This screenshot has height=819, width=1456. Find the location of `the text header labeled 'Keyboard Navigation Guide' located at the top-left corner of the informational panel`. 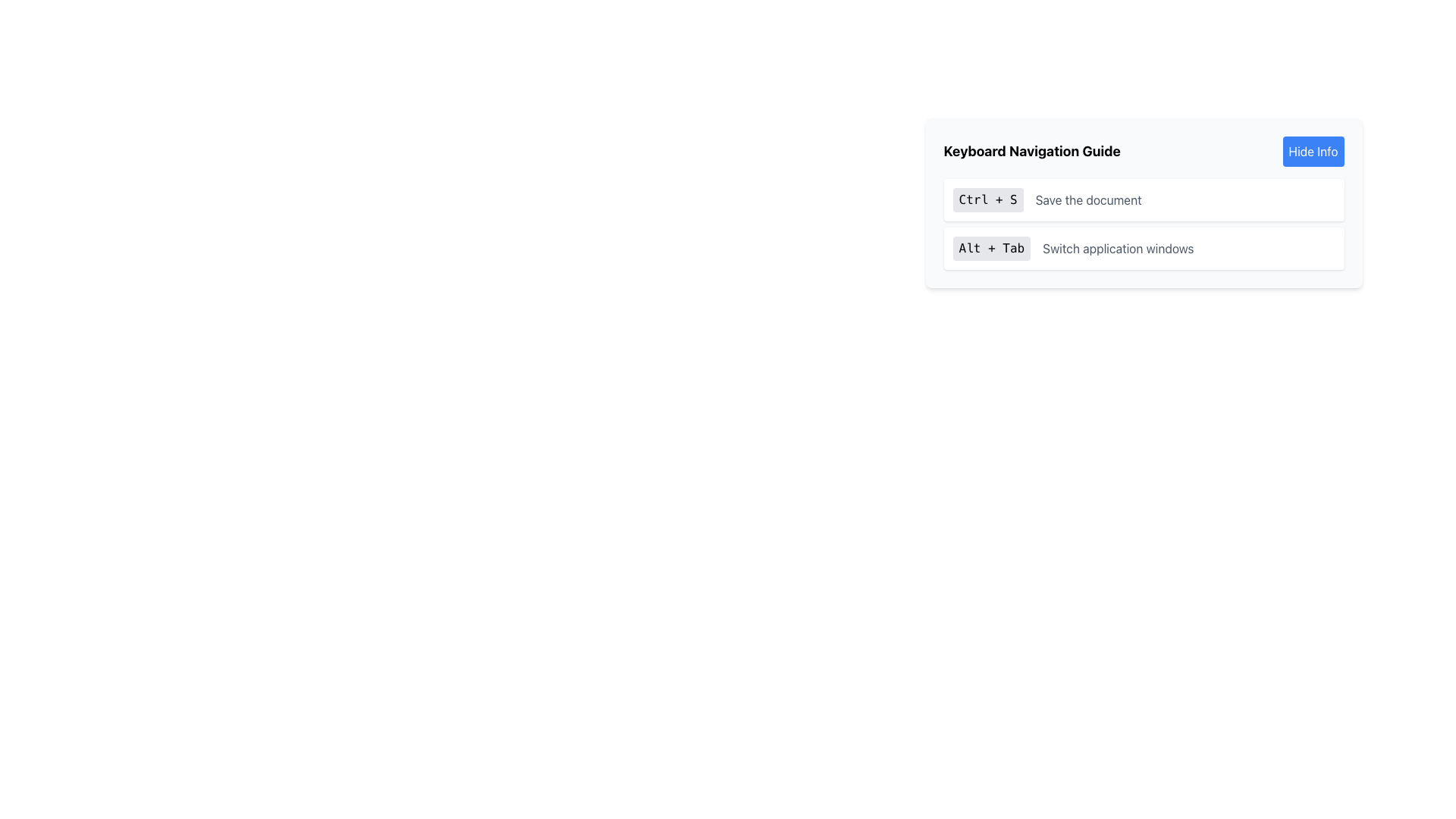

the text header labeled 'Keyboard Navigation Guide' located at the top-left corner of the informational panel is located at coordinates (1031, 152).